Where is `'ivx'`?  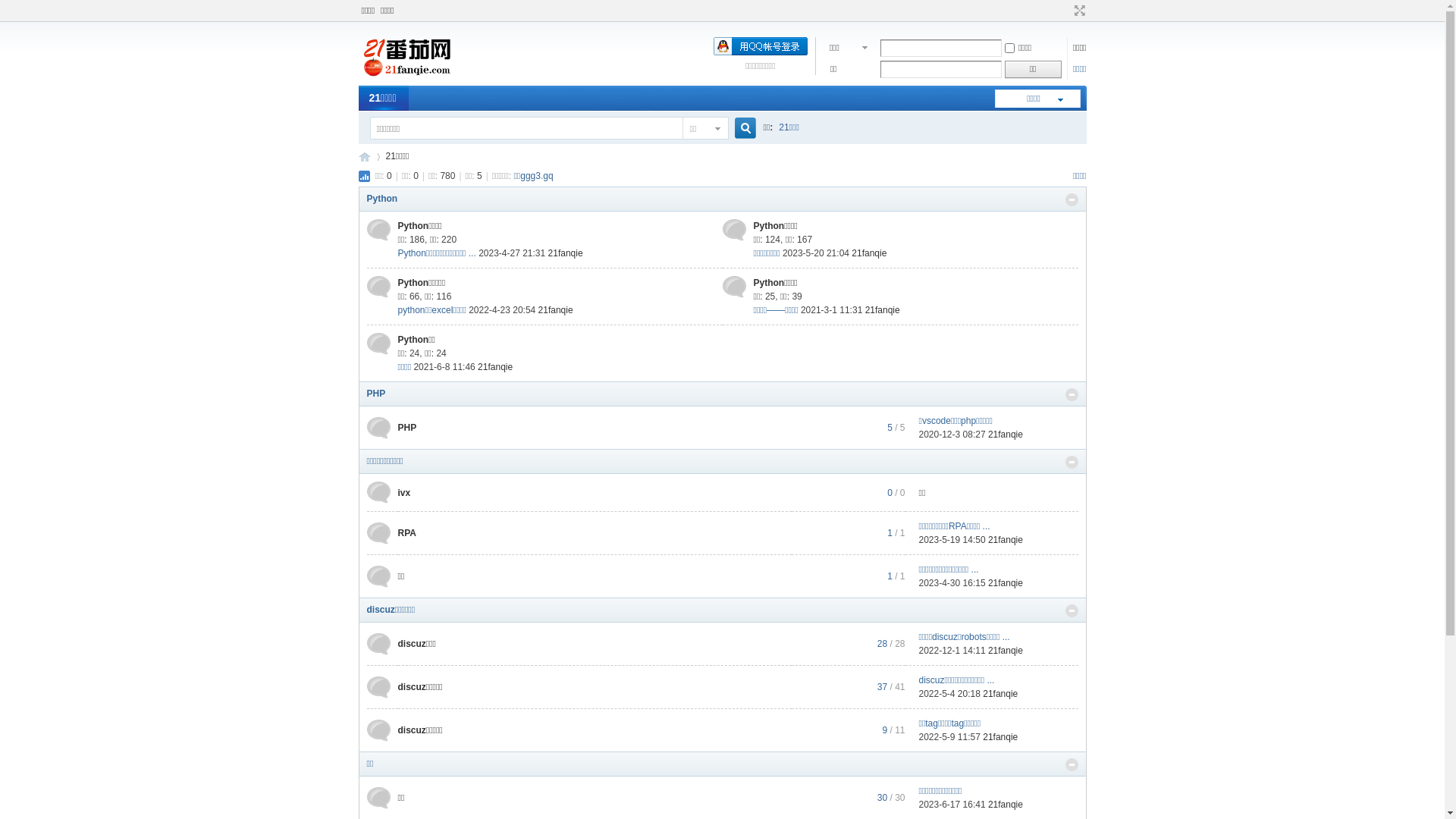
'ivx' is located at coordinates (397, 491).